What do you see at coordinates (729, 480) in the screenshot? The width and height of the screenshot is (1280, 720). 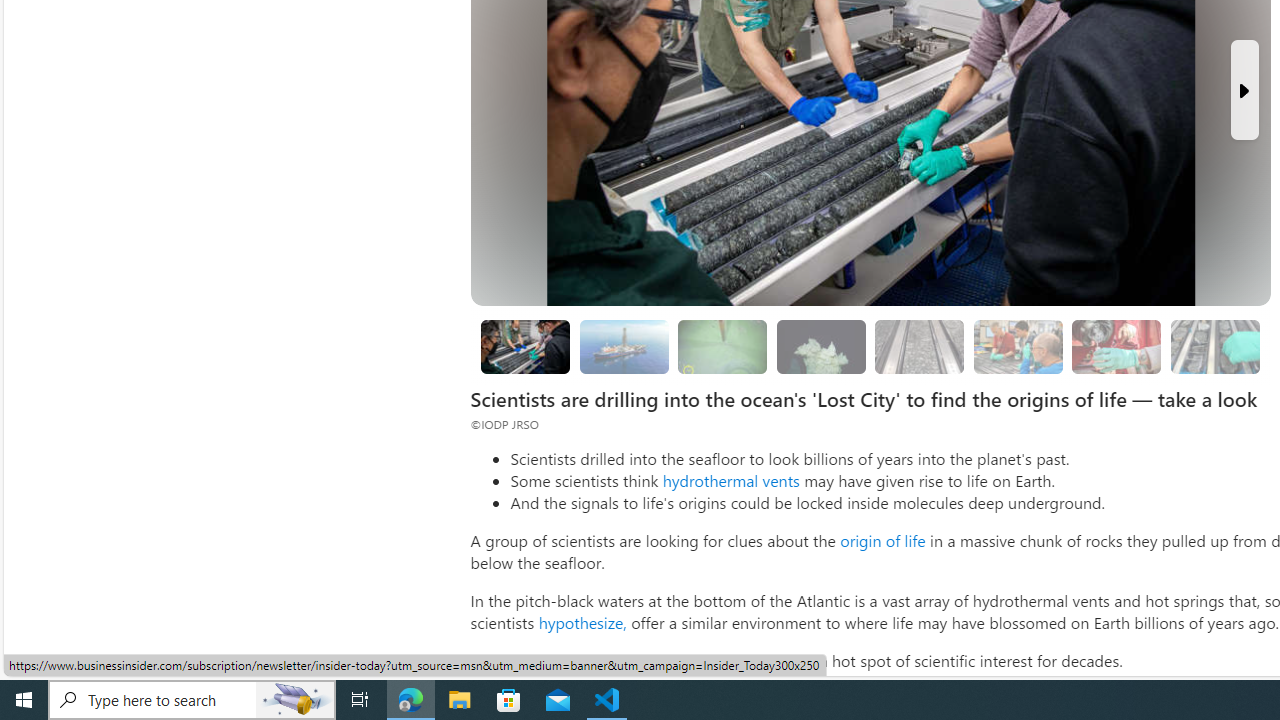 I see `'hydrothermal vents'` at bounding box center [729, 480].